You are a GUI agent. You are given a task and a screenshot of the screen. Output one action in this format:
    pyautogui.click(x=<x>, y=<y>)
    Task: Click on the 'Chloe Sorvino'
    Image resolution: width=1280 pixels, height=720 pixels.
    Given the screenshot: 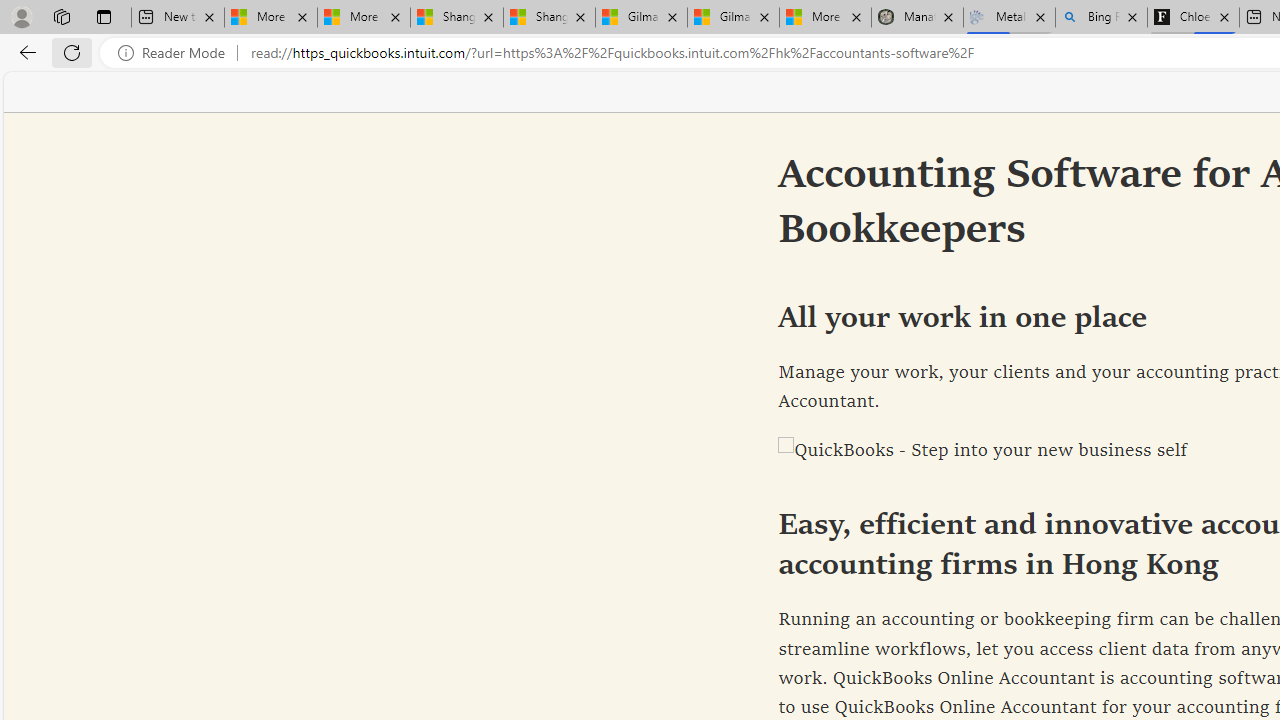 What is the action you would take?
    pyautogui.click(x=1193, y=17)
    